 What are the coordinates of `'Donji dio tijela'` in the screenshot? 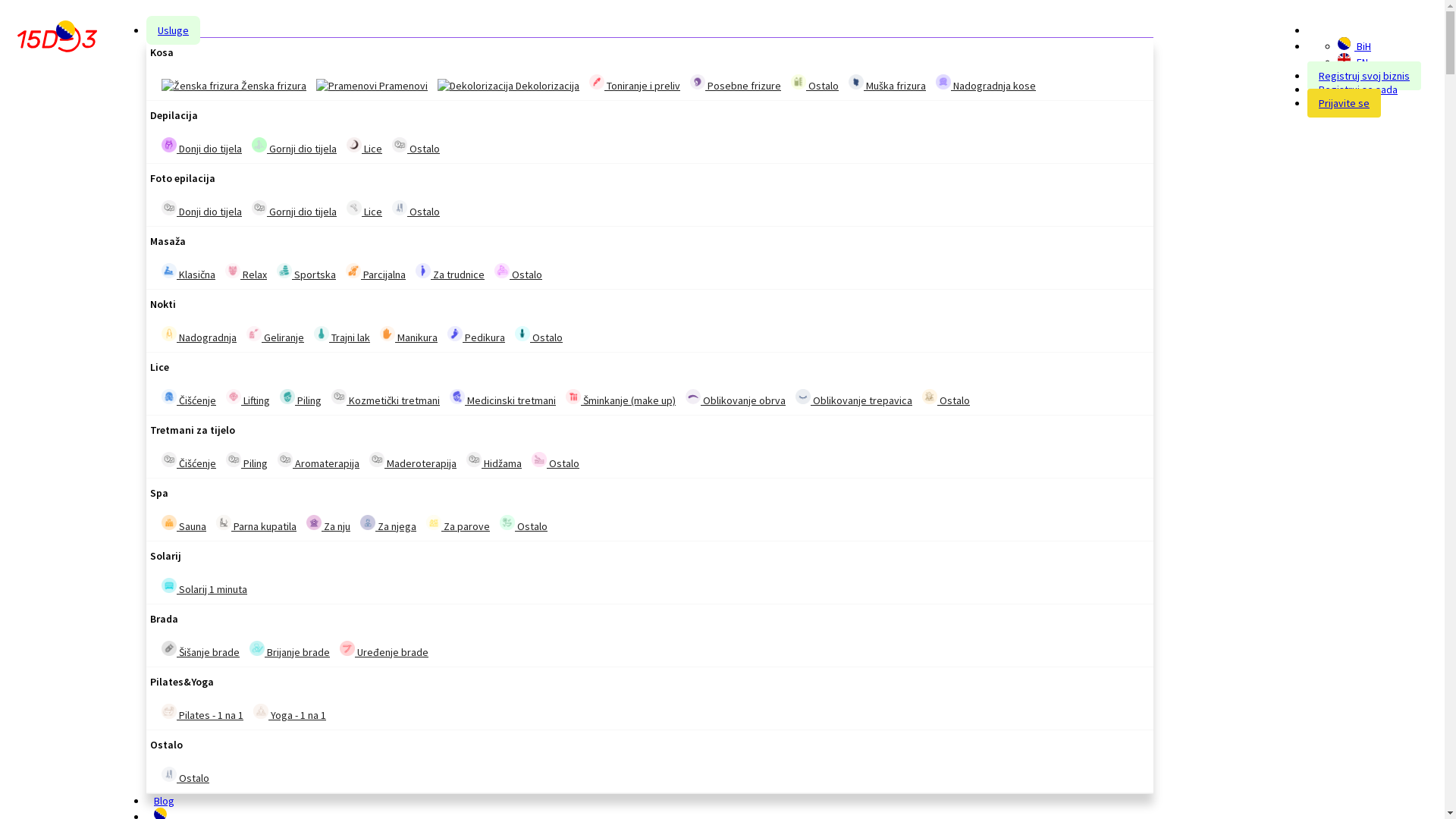 It's located at (161, 145).